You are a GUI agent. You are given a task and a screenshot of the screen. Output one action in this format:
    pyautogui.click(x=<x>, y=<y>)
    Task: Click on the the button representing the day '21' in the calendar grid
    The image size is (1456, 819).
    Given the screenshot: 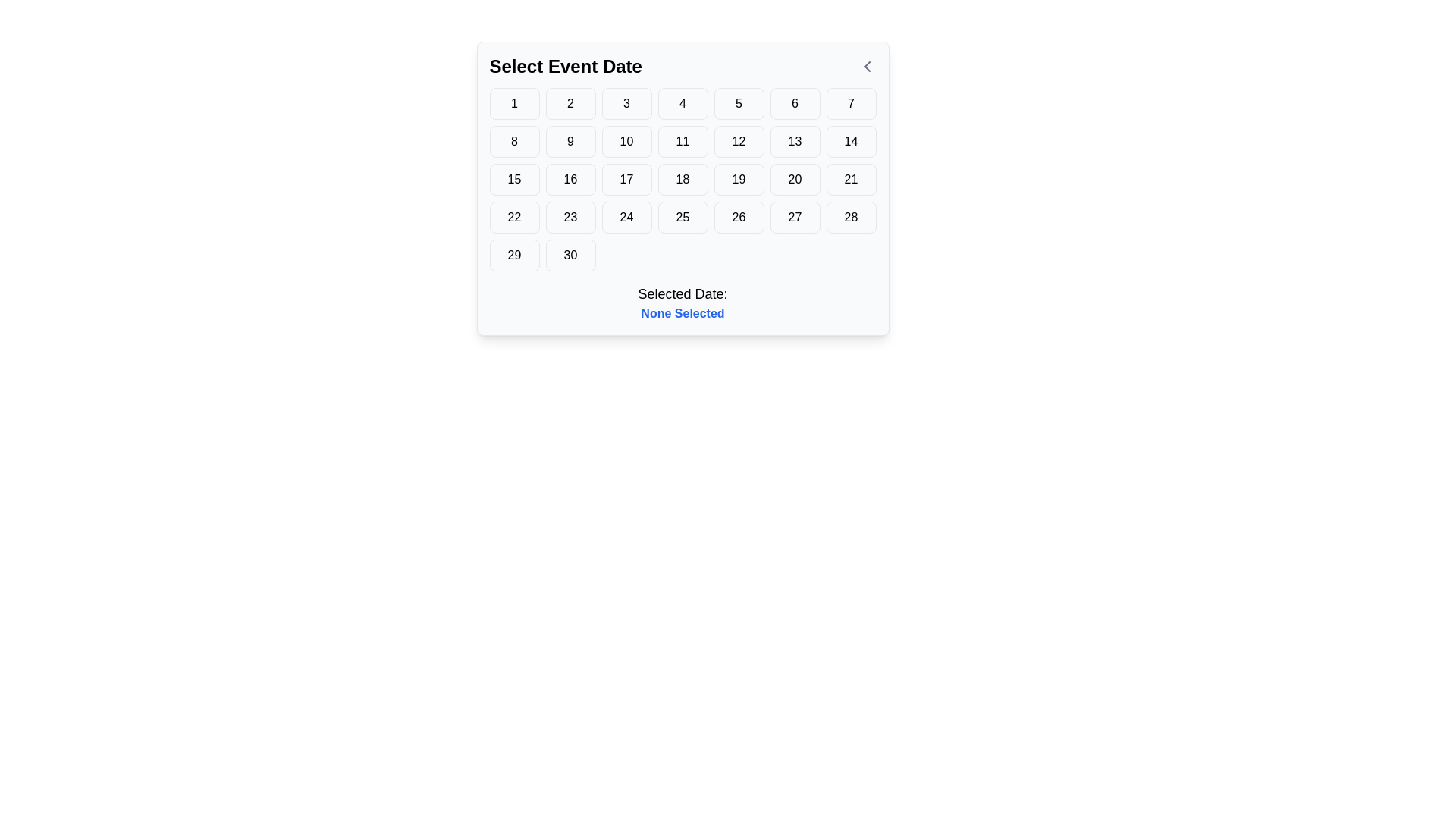 What is the action you would take?
    pyautogui.click(x=851, y=178)
    